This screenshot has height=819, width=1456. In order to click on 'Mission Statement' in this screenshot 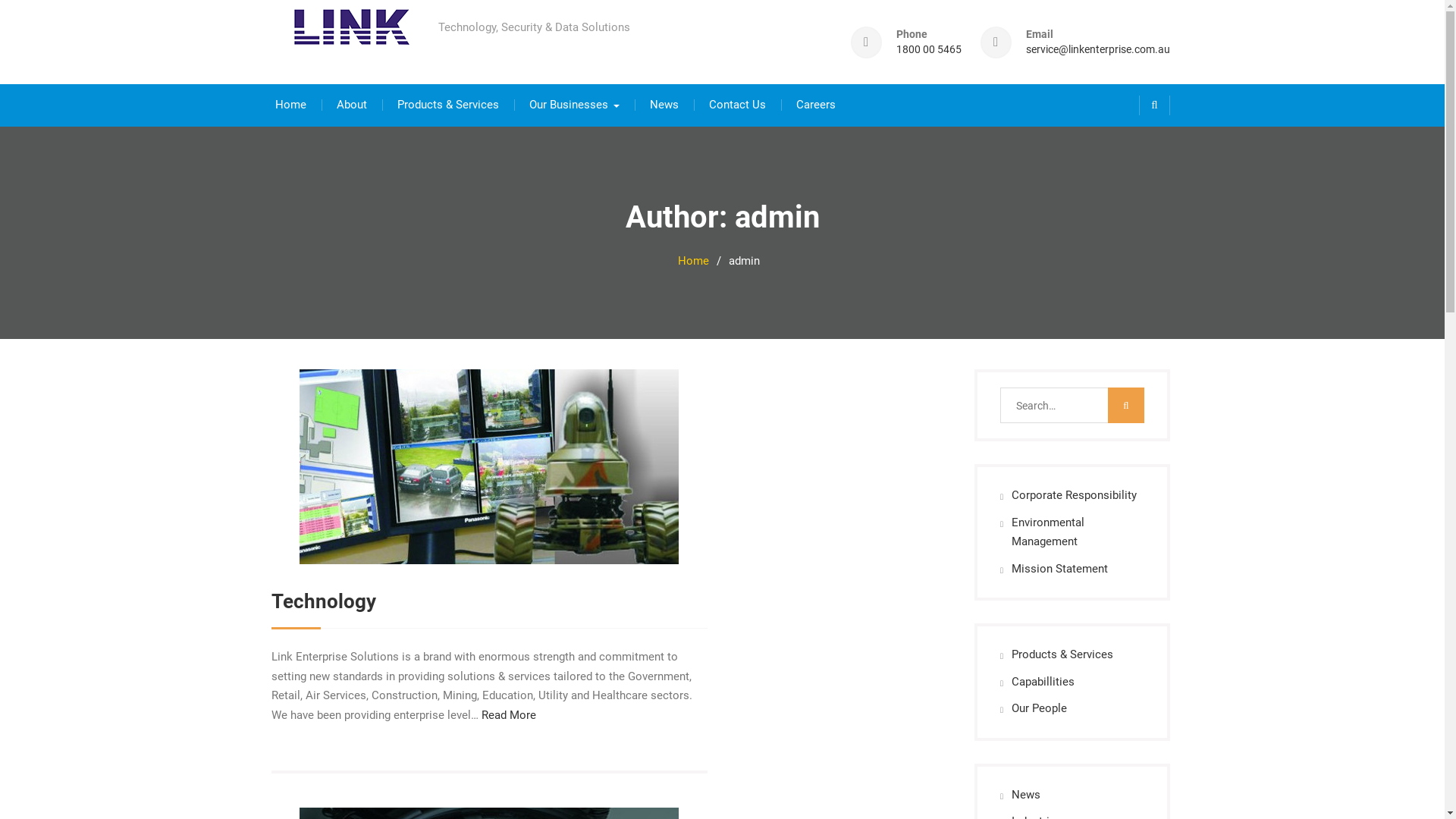, I will do `click(1059, 568)`.